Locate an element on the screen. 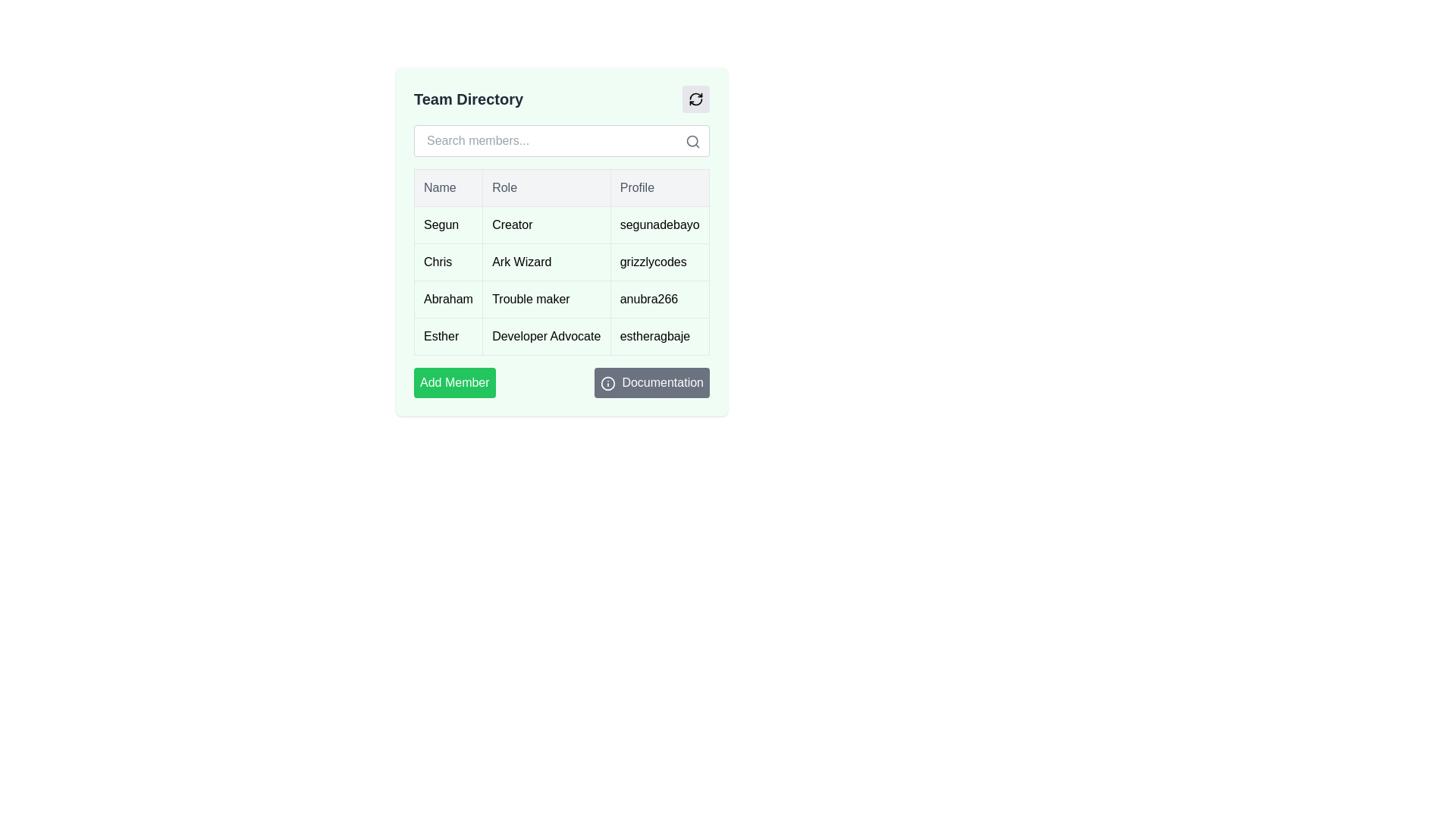  the third row in the 'Team Directory' section that provides information about a team member, specifically their name, role, and profile identifier is located at coordinates (560, 299).